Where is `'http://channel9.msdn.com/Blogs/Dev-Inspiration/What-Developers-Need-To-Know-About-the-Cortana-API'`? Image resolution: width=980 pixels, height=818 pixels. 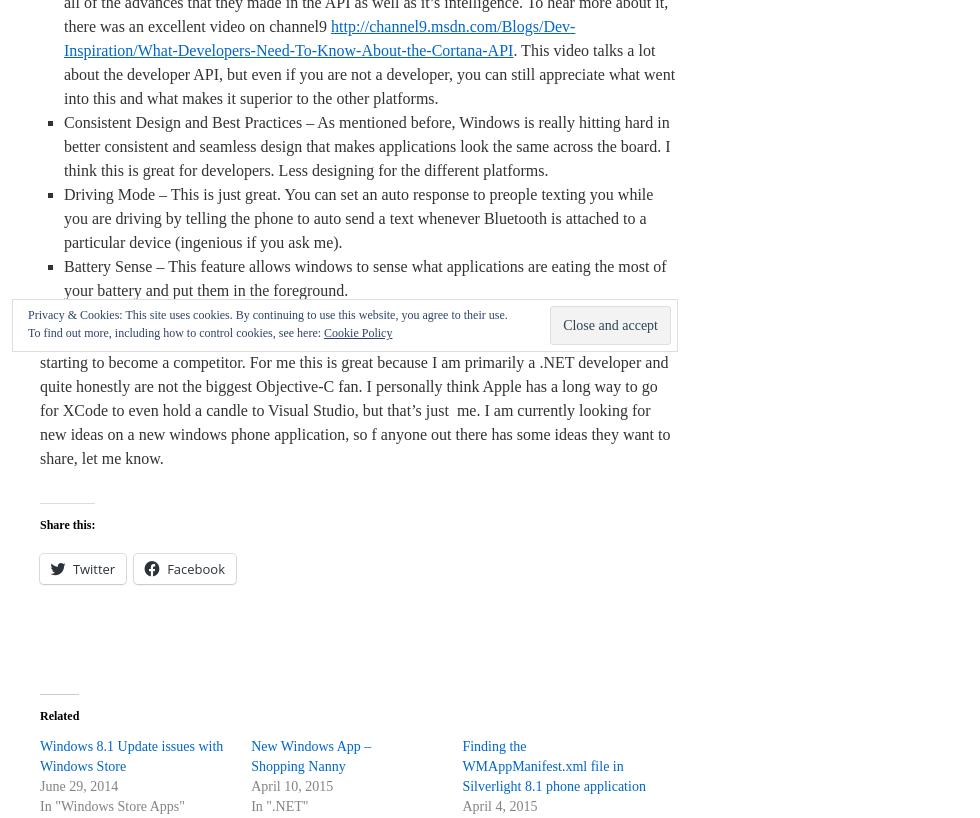
'http://channel9.msdn.com/Blogs/Dev-Inspiration/What-Developers-Need-To-Know-About-the-Cortana-API' is located at coordinates (319, 37).